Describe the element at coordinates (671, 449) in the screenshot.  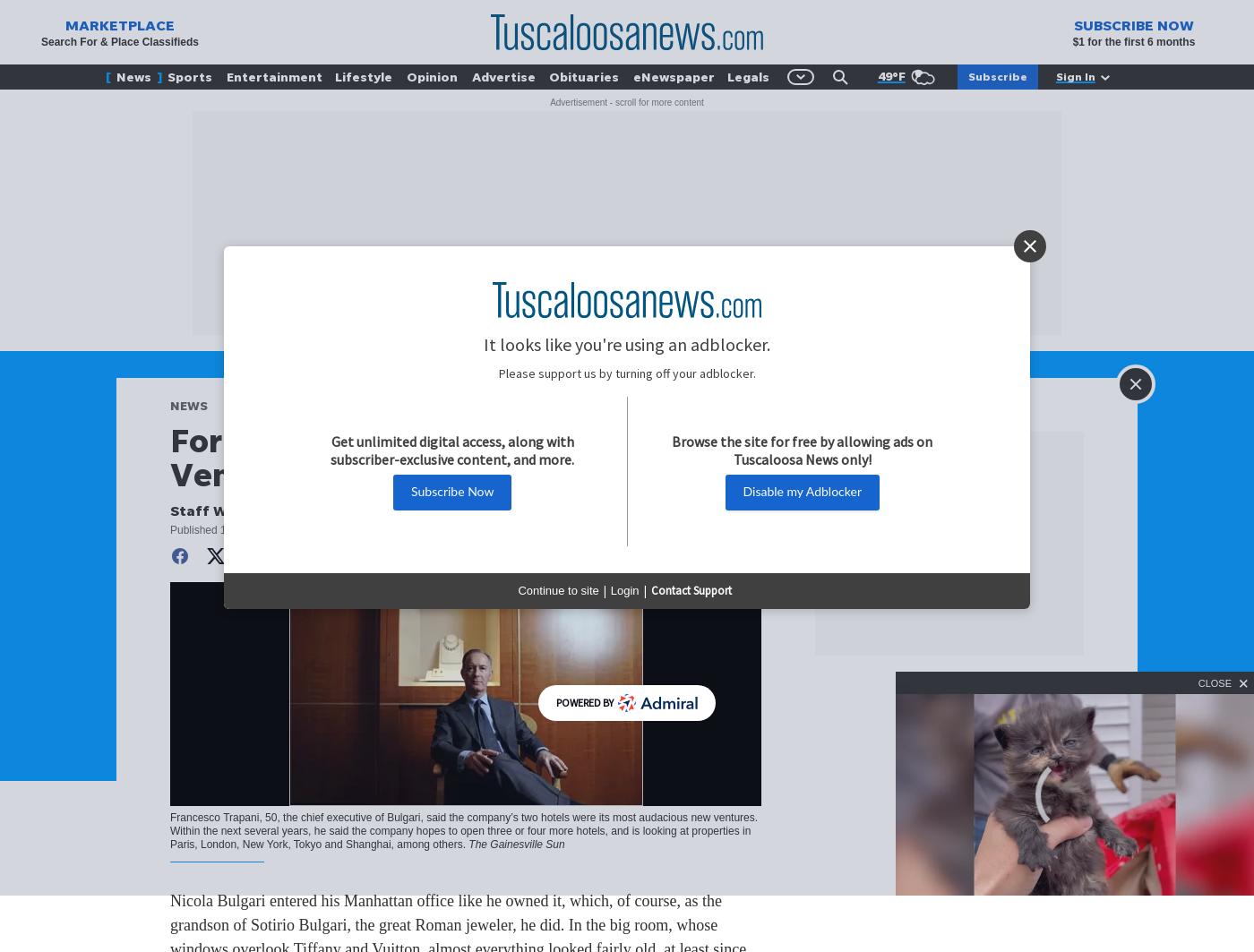
I see `'Browse the site for free by allowing ads on Tuscaloosa News only!'` at that location.